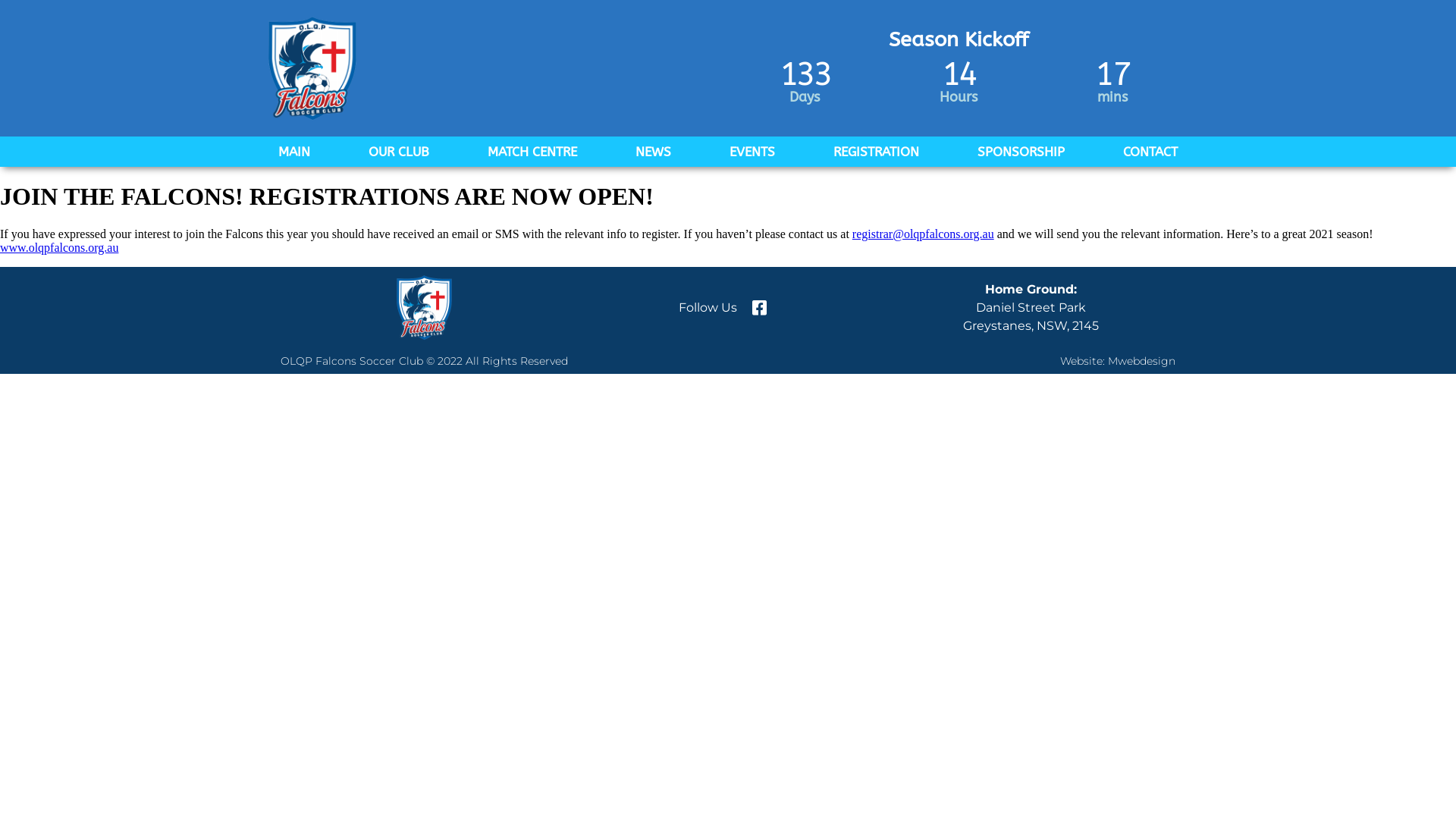 This screenshot has height=819, width=1456. I want to click on 'Website: Mwebdesign', so click(1117, 360).